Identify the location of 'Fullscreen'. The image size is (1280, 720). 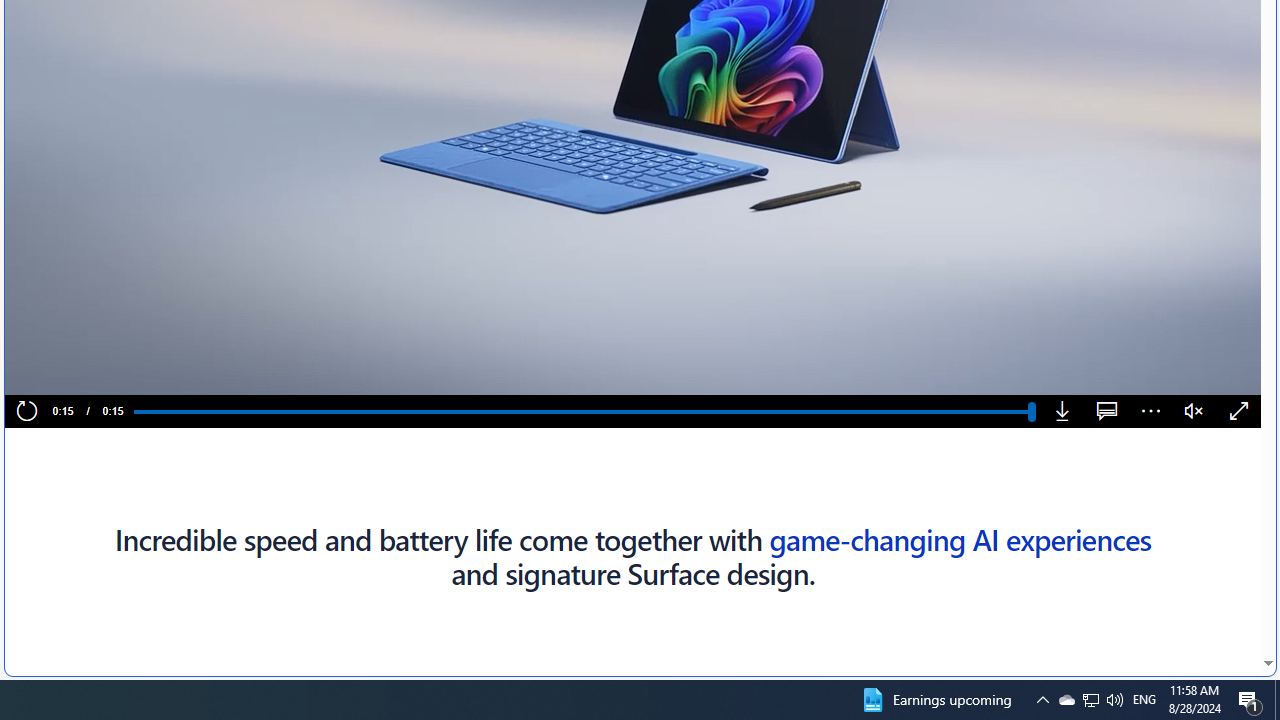
(1238, 411).